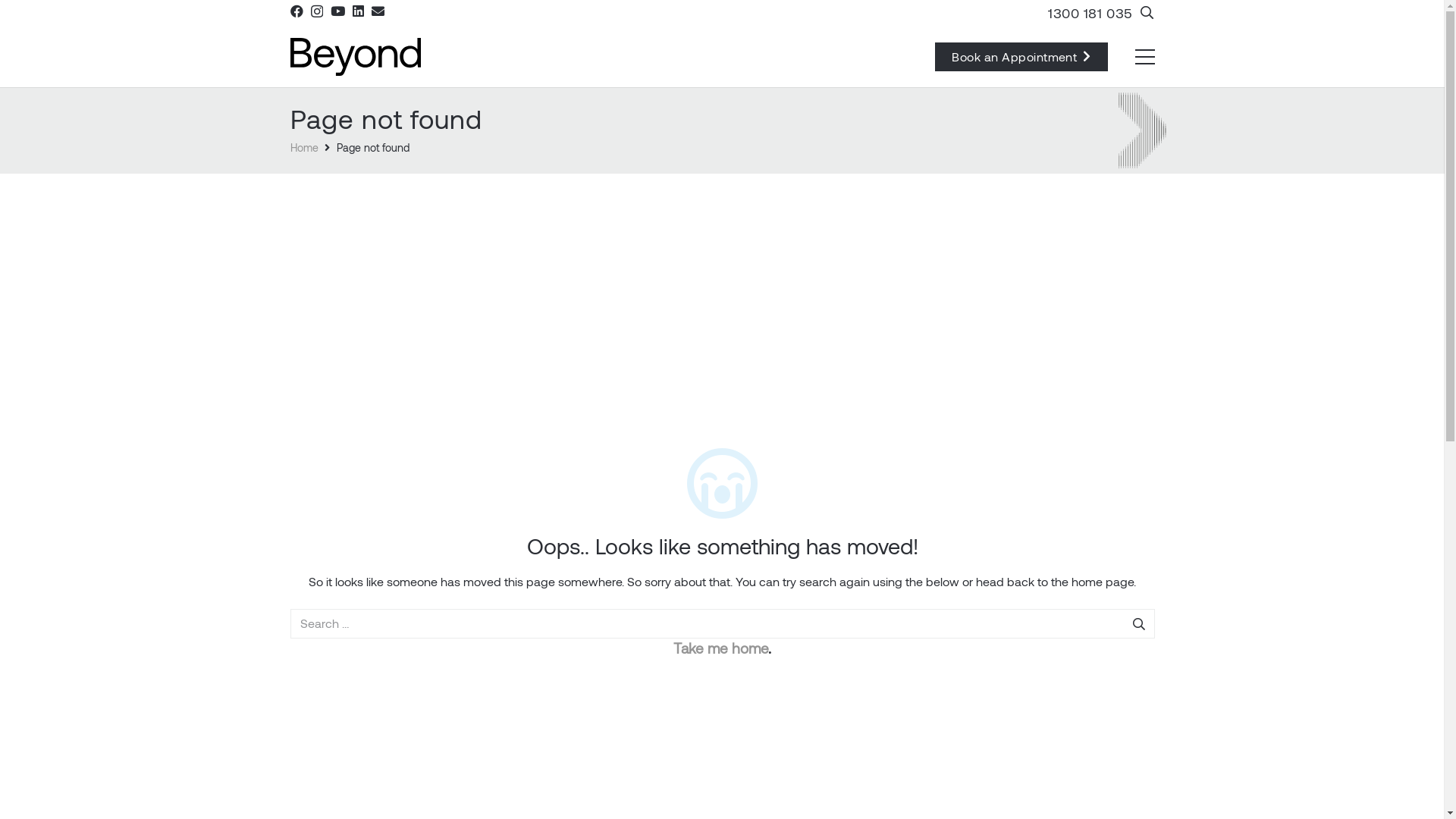 This screenshot has width=1456, height=819. I want to click on 'Facebook', so click(755, 662).